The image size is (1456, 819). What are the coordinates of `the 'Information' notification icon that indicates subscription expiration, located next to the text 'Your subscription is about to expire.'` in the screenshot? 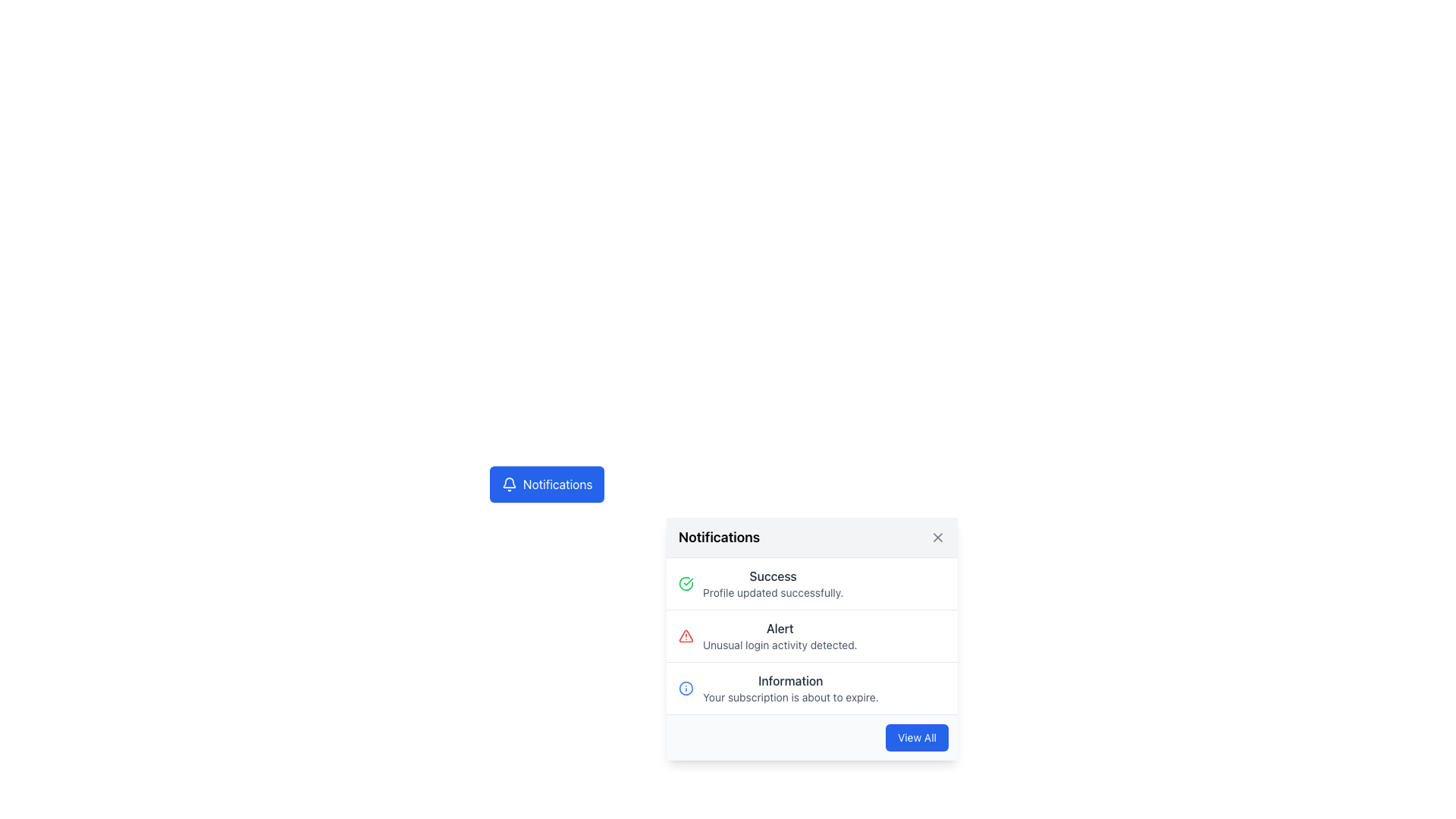 It's located at (686, 688).